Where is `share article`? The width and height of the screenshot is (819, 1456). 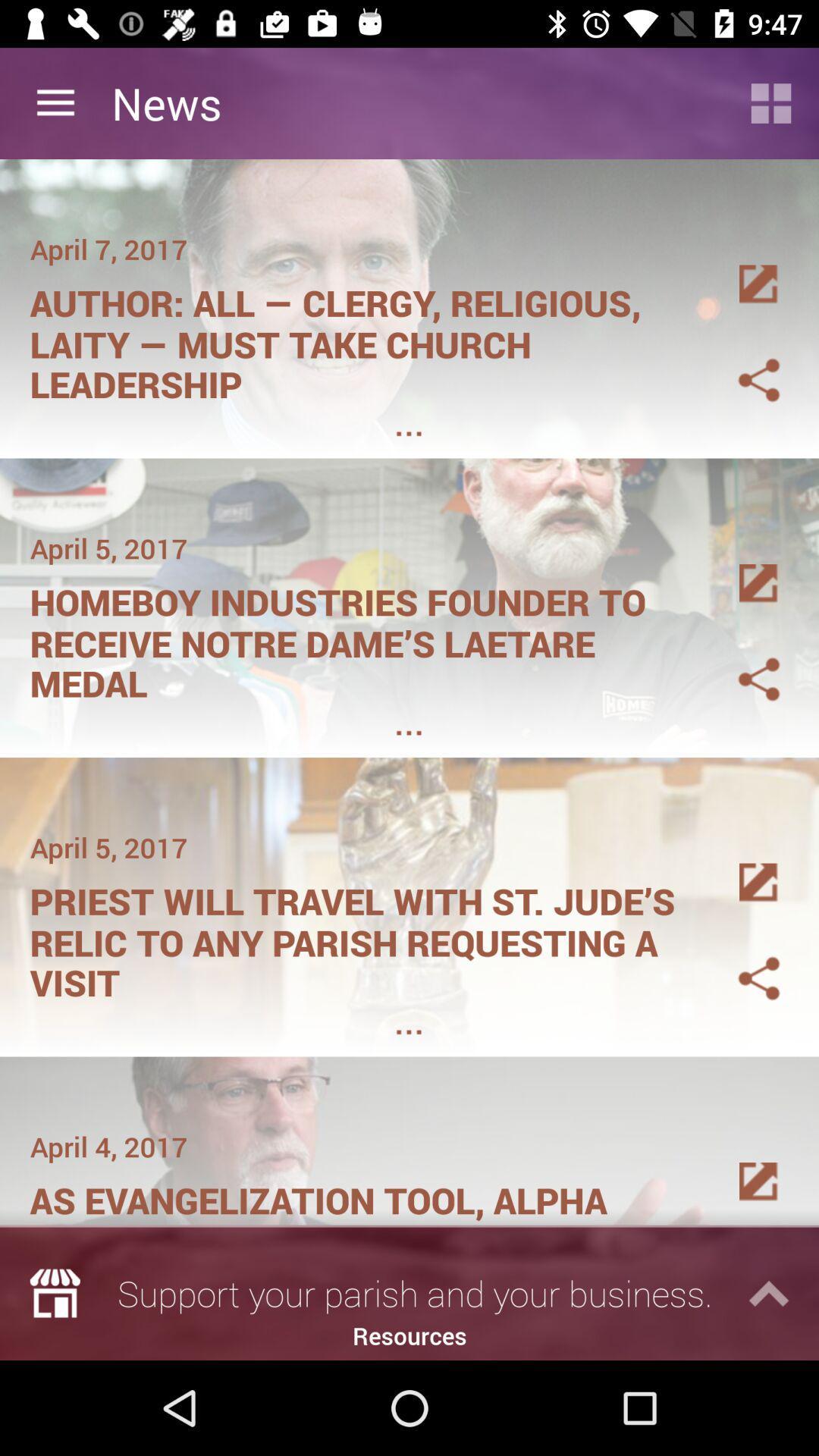
share article is located at coordinates (740, 661).